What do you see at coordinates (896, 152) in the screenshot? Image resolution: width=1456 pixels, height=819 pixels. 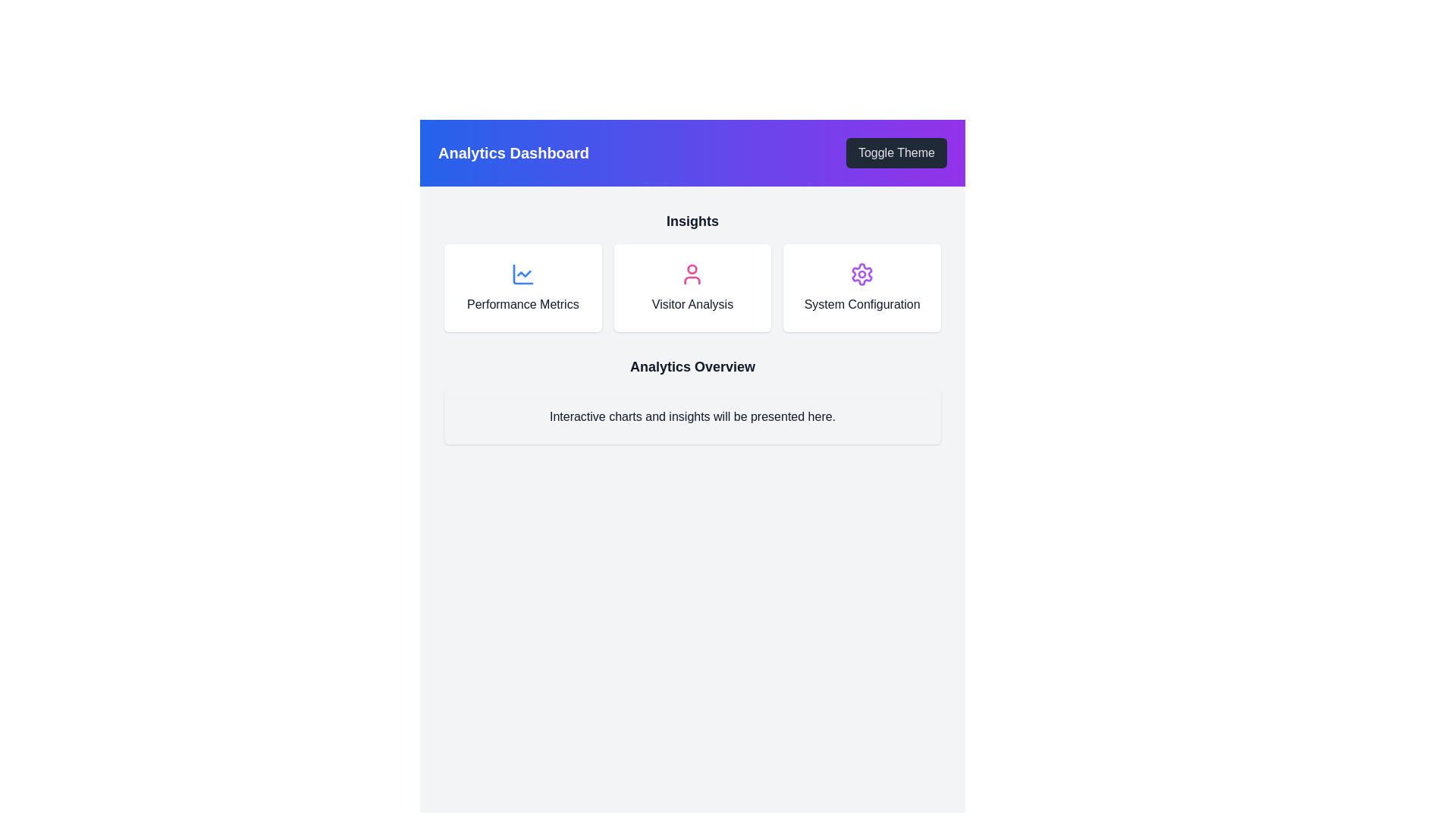 I see `the 'Toggle Theme' button, which is a rectangular button with rounded corners and a dark gray background, located in the header section aligned to the right of the 'Analytics Dashboard' text` at bounding box center [896, 152].